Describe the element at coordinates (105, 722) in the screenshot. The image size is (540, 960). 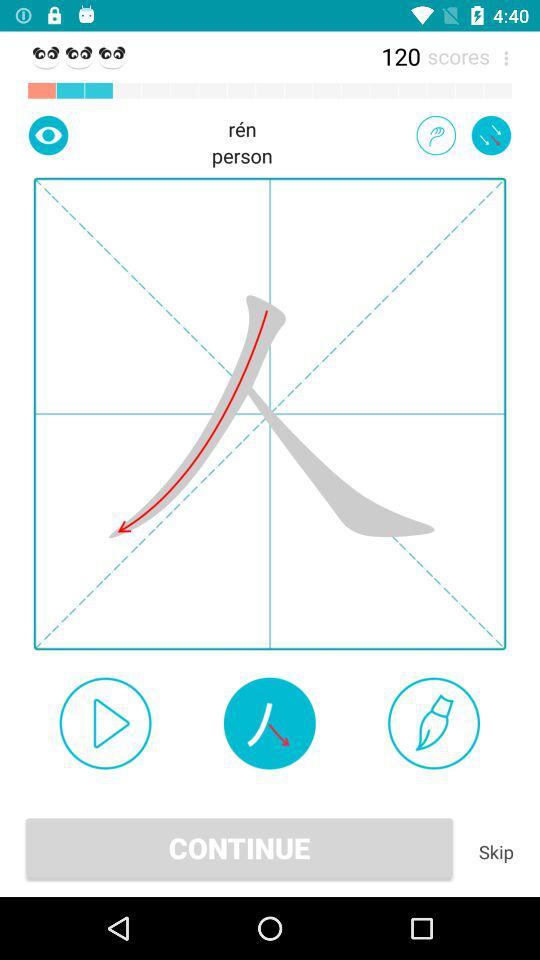
I see `confirm` at that location.